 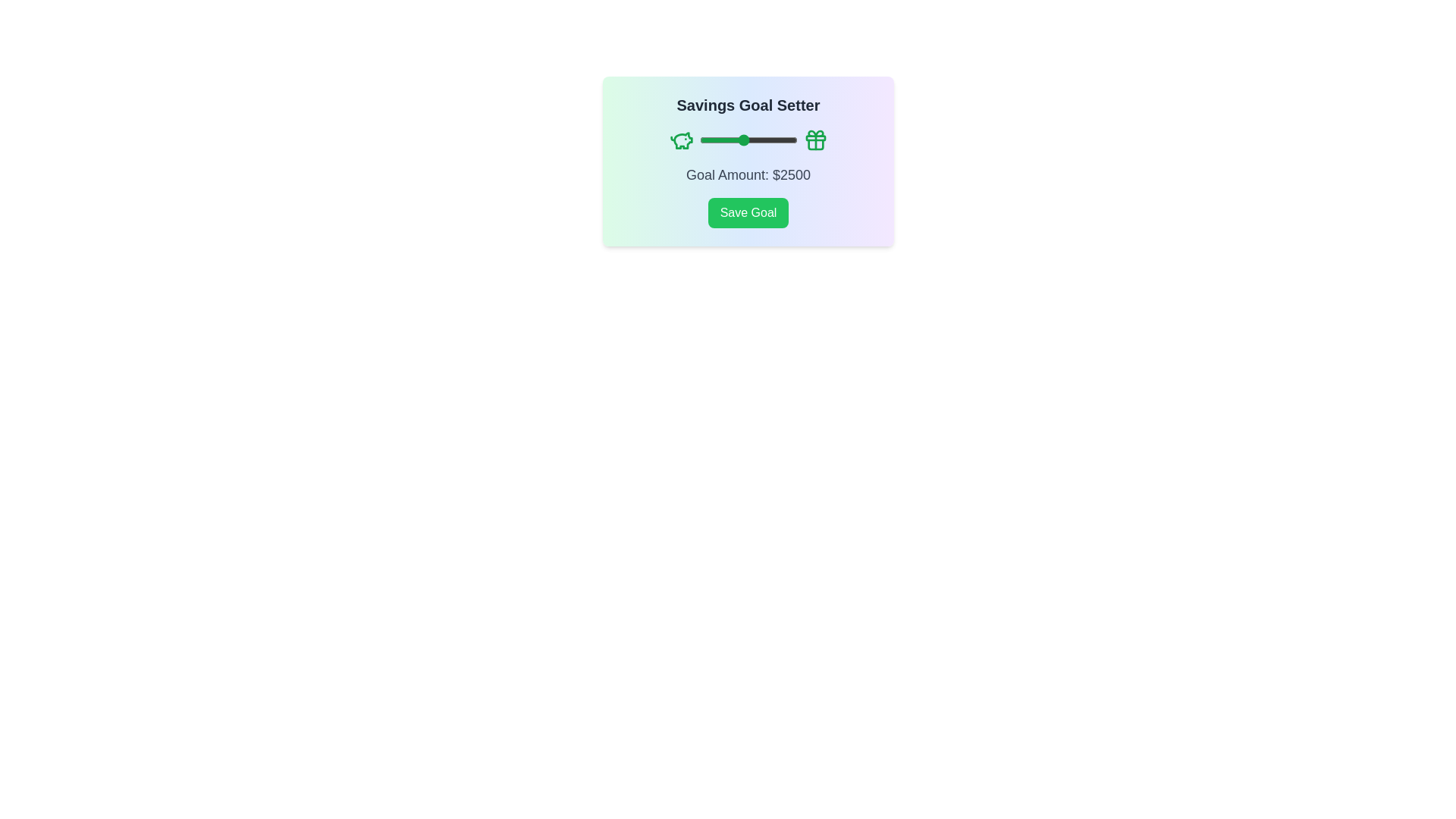 I want to click on the savings goal slider to 2908 by dragging it, so click(x=752, y=140).